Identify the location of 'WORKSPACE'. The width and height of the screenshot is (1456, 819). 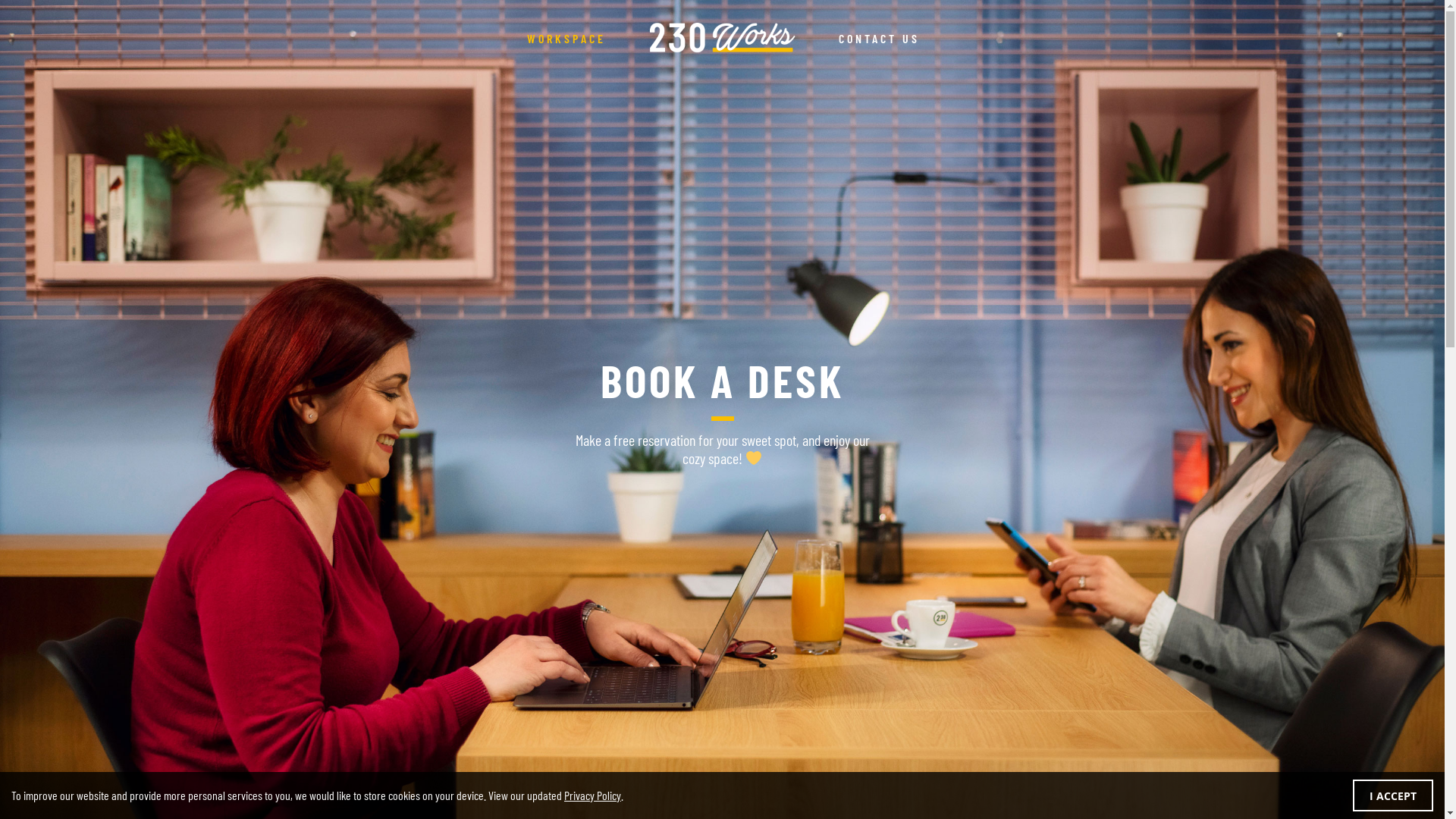
(508, 37).